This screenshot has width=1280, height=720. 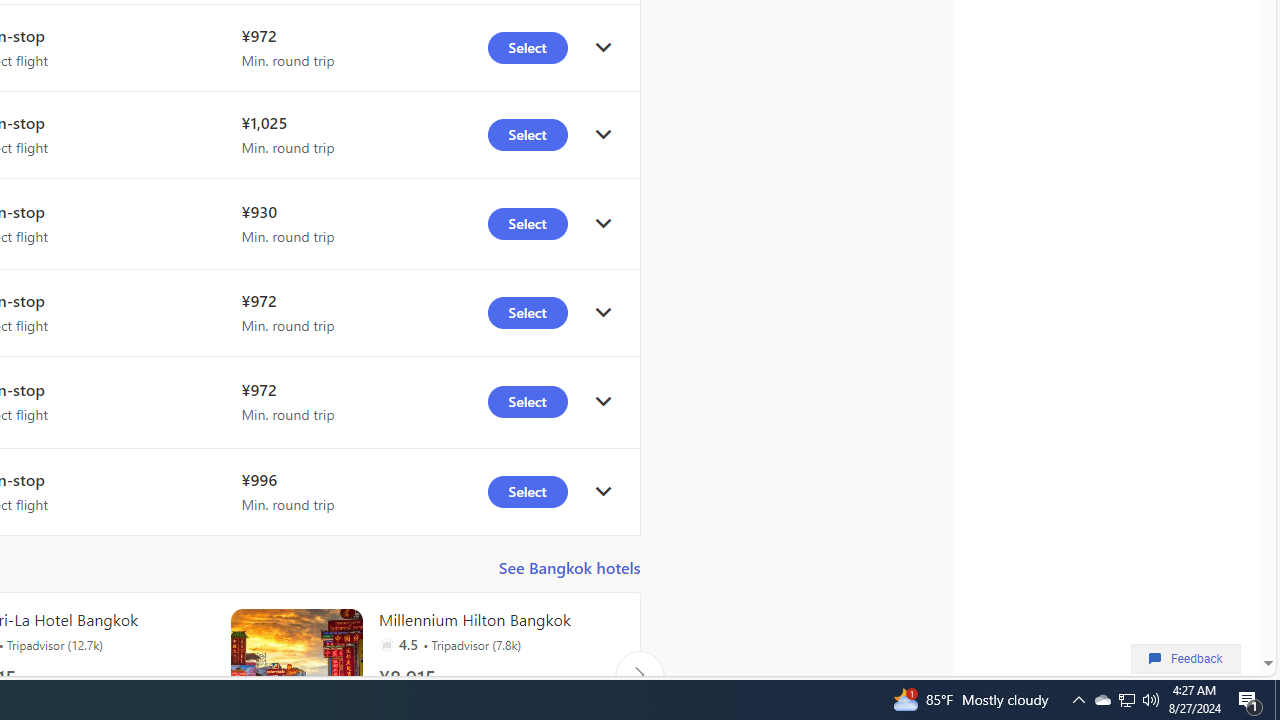 What do you see at coordinates (638, 674) in the screenshot?
I see `'Click to scroll right'` at bounding box center [638, 674].